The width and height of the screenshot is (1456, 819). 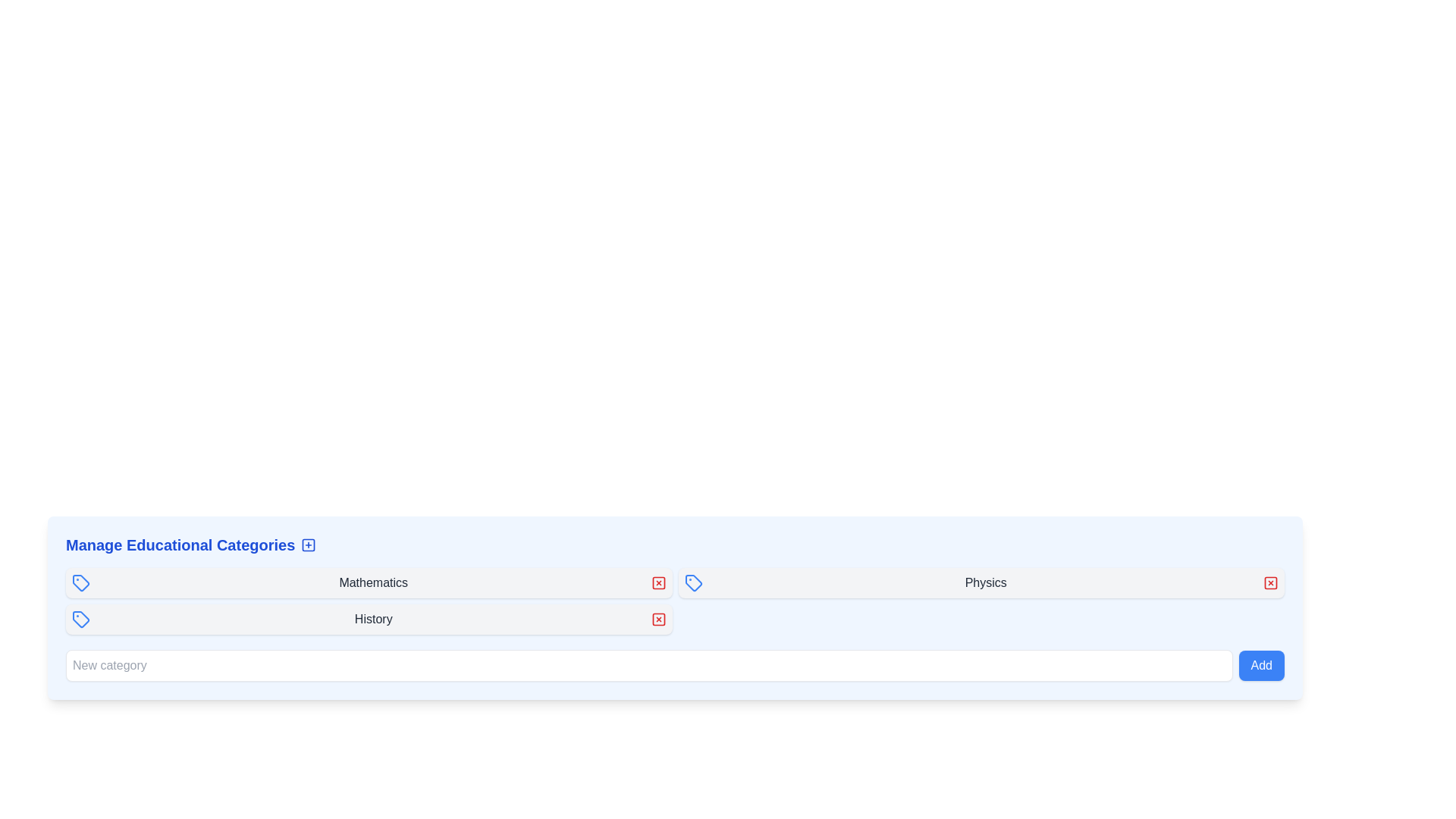 What do you see at coordinates (658, 582) in the screenshot?
I see `the graphic element of the delete icon located within the red square next to the 'Mathematics' item in the educational category management interface` at bounding box center [658, 582].